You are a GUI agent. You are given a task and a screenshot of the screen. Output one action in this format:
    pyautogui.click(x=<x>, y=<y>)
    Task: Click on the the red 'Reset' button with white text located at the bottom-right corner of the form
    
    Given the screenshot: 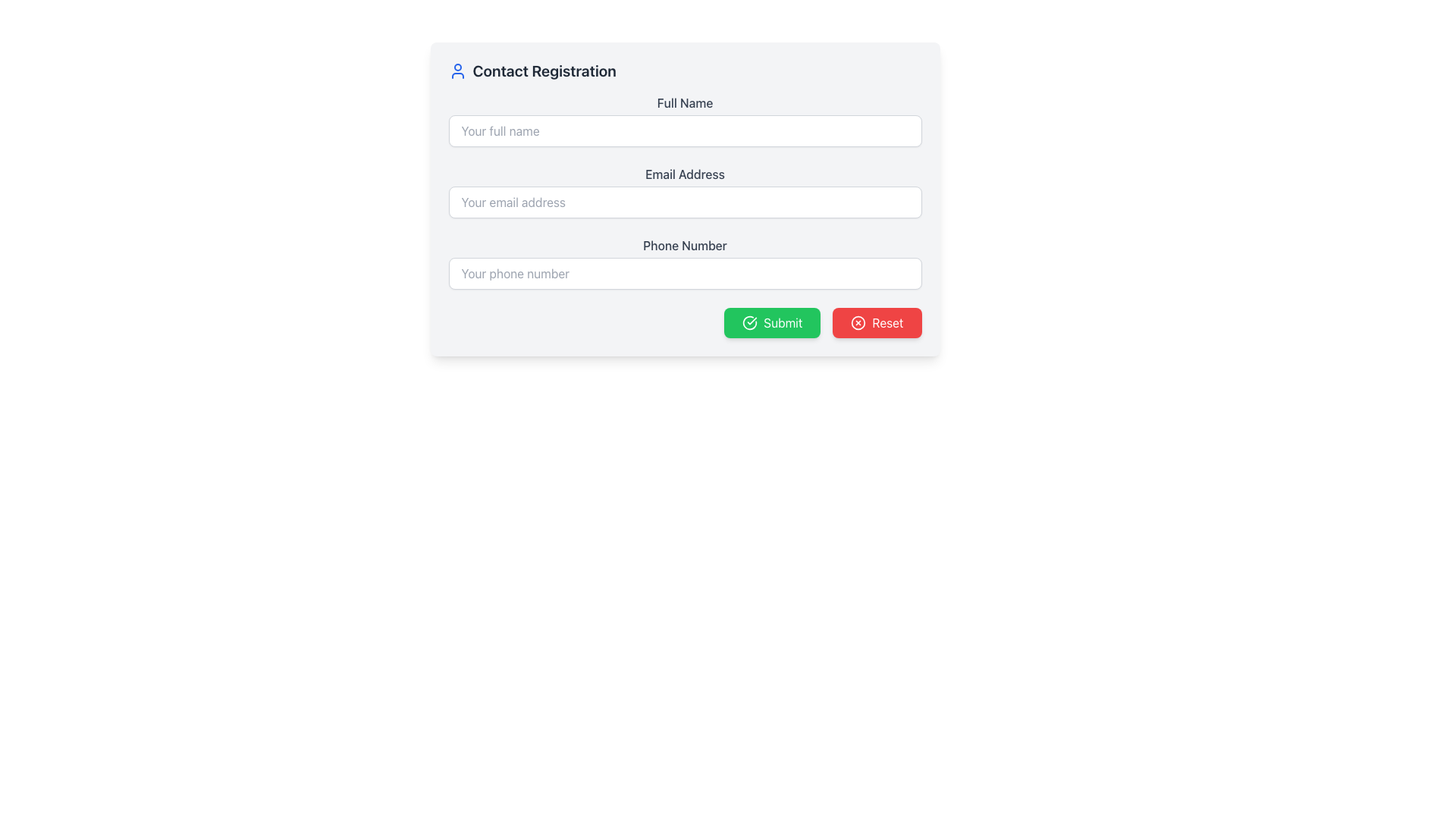 What is the action you would take?
    pyautogui.click(x=888, y=322)
    